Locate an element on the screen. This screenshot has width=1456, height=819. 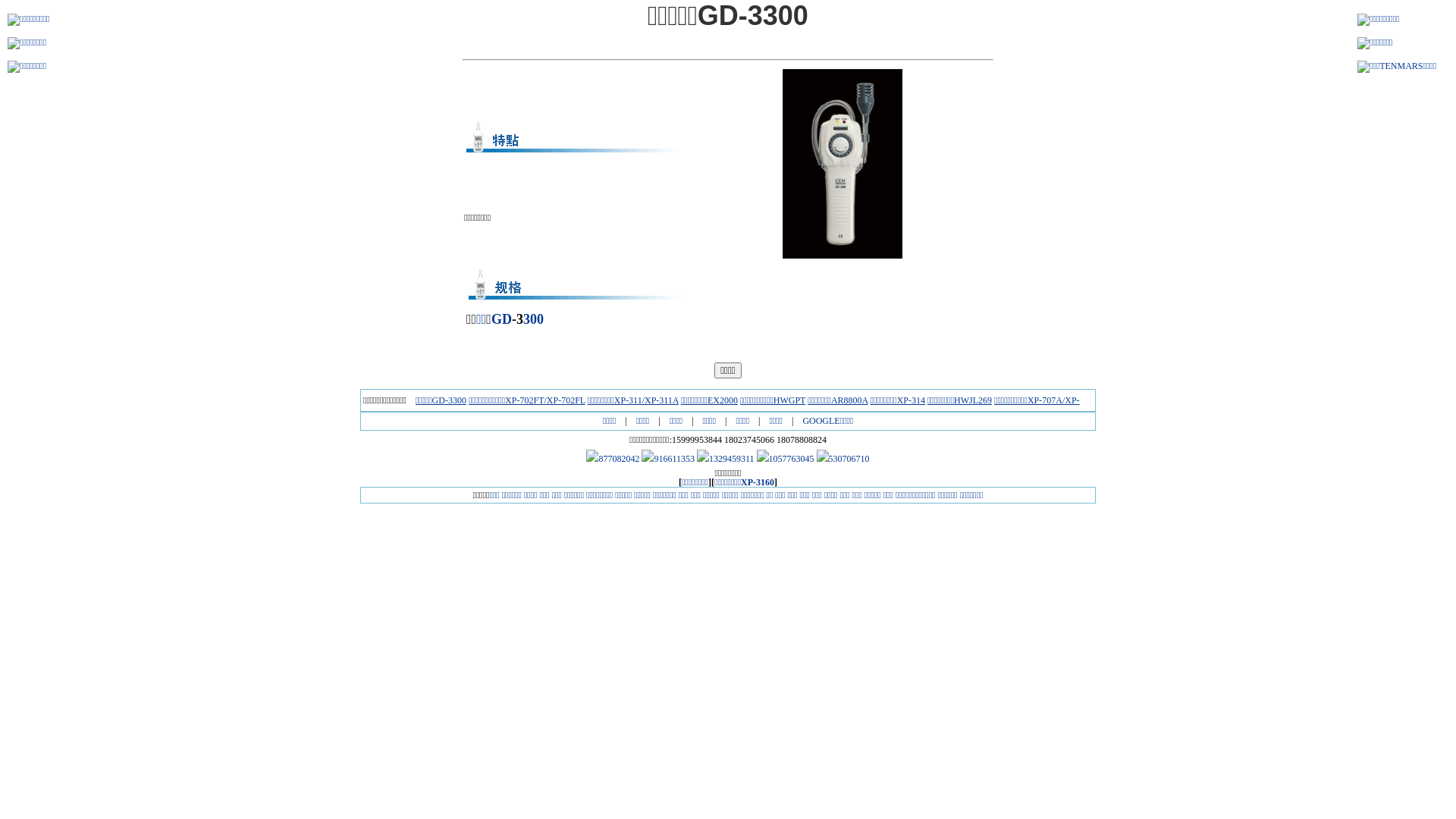
'GD' is located at coordinates (501, 318).